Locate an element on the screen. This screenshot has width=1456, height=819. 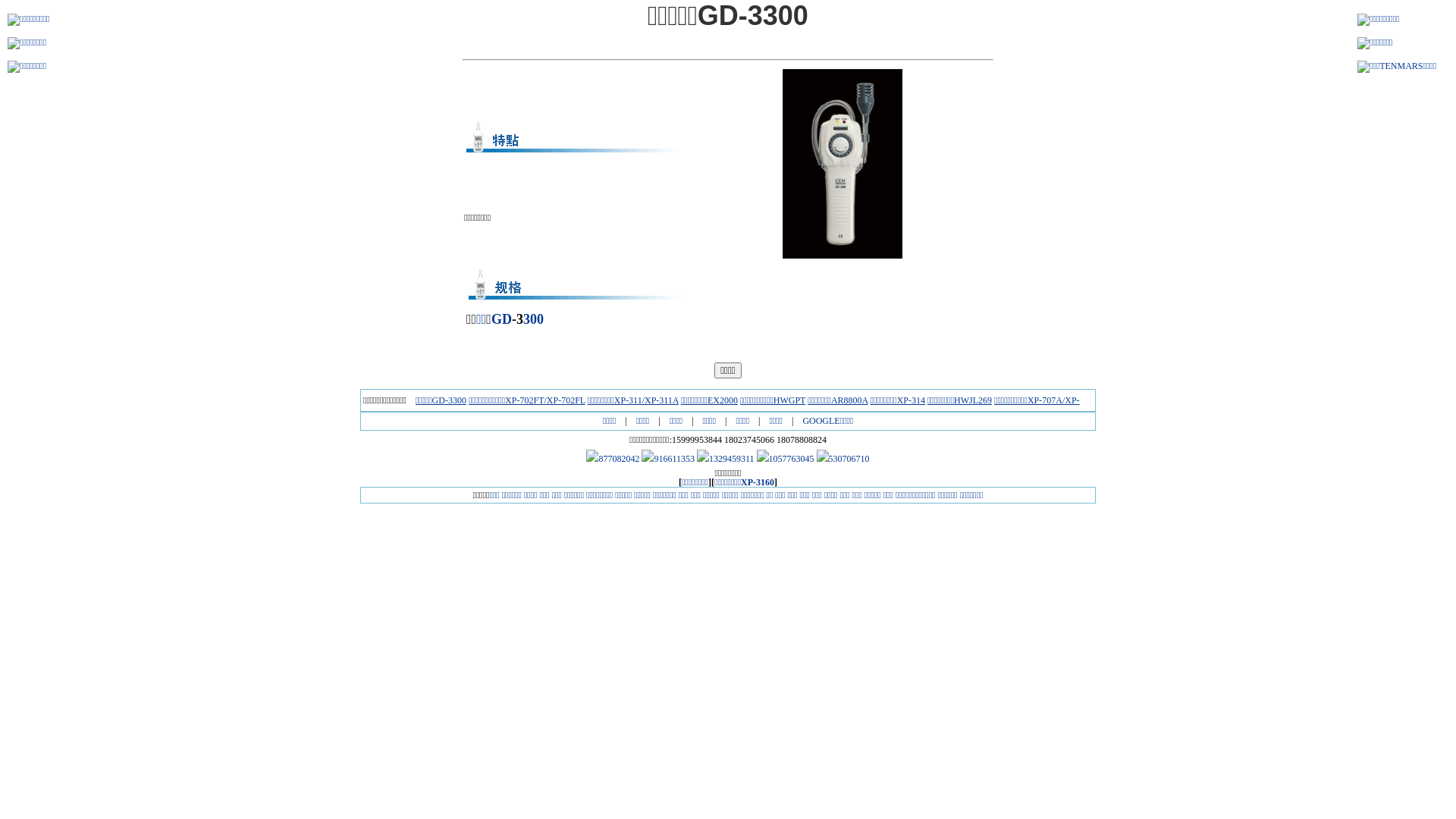
'GD' is located at coordinates (501, 318).